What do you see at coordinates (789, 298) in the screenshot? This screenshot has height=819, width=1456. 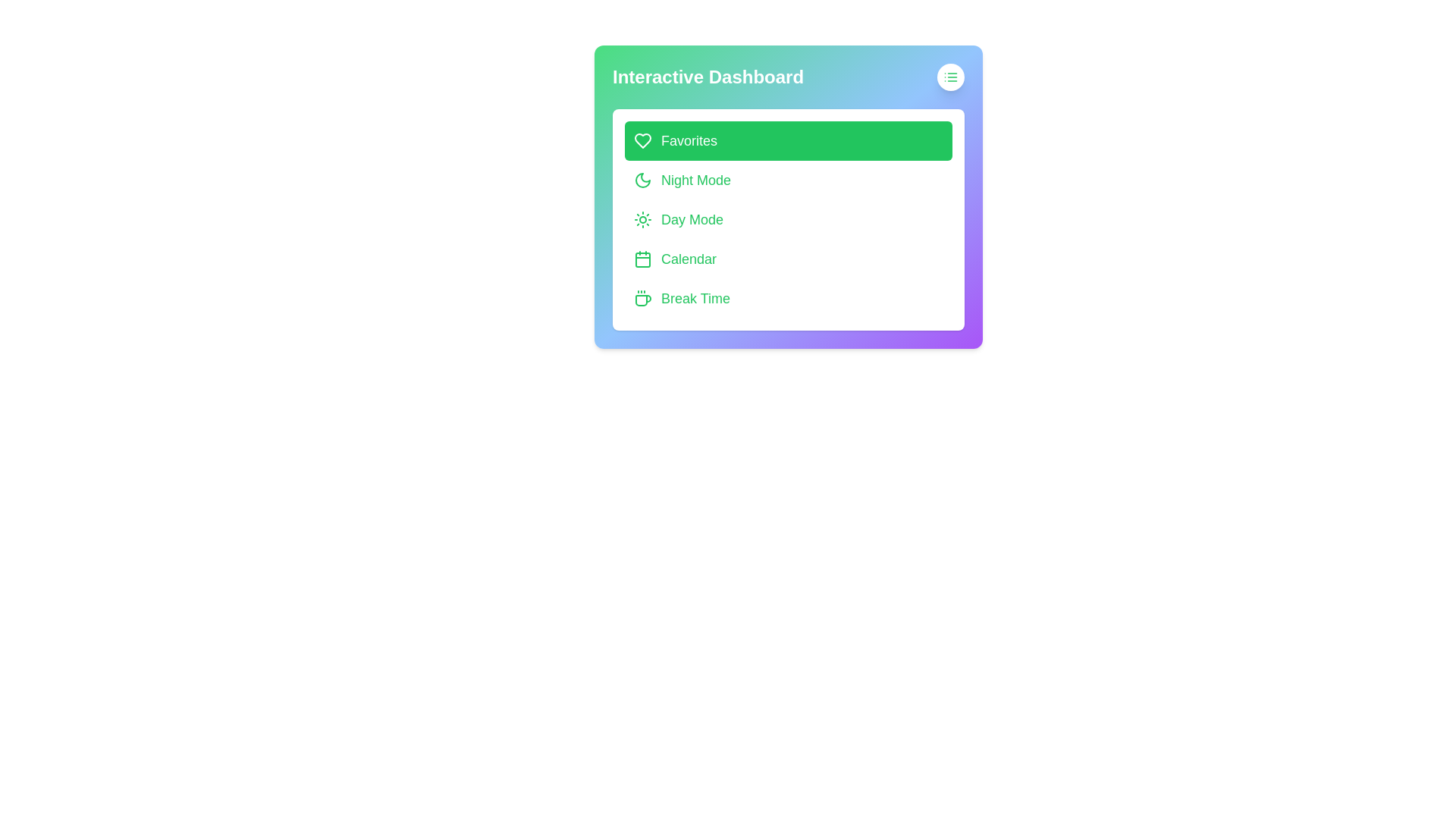 I see `the menu option Break Time in the Interactive Dashboard` at bounding box center [789, 298].